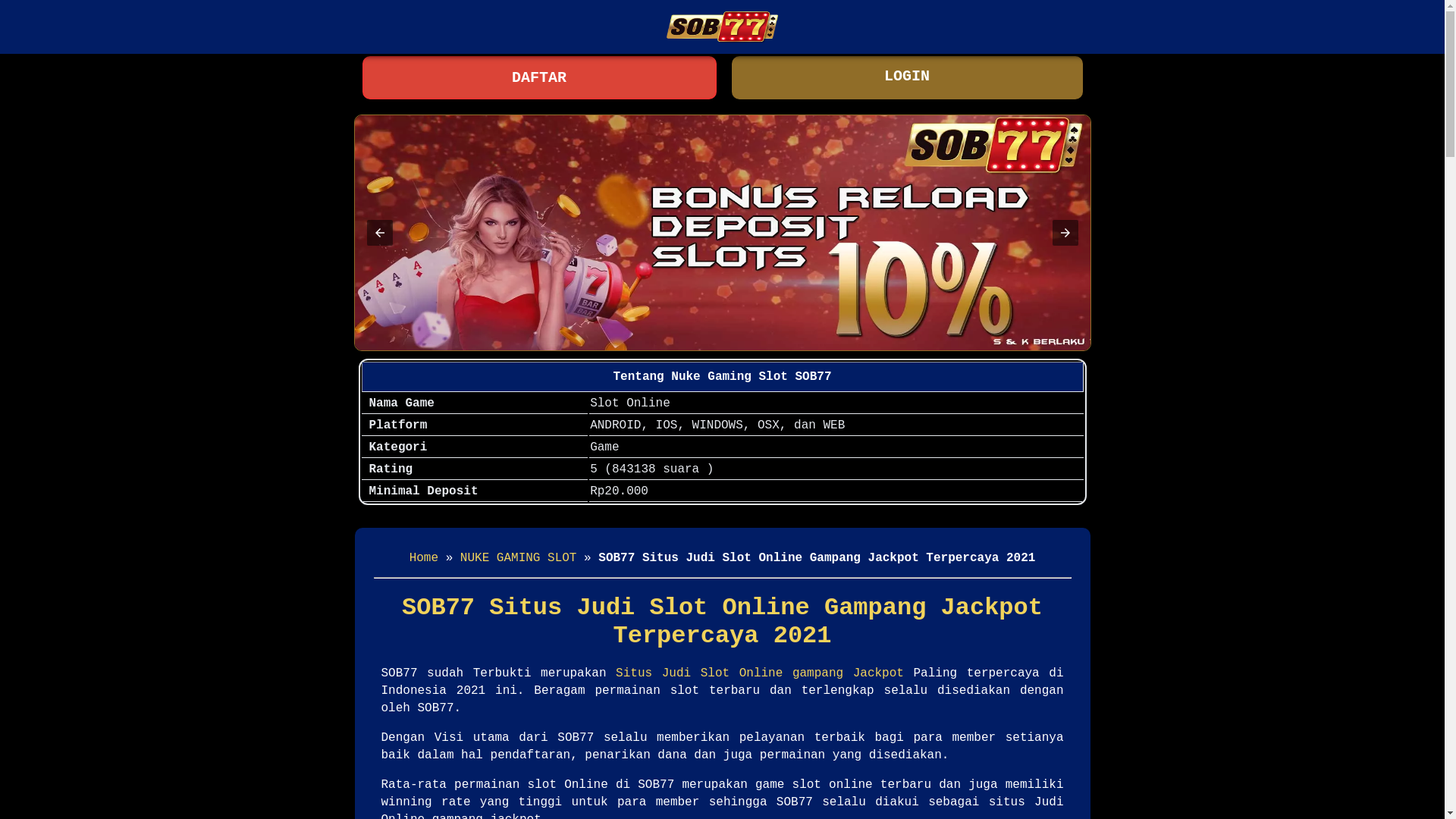  Describe the element at coordinates (760, 672) in the screenshot. I see `'Situs Judi Slot Online gampang Jackpot'` at that location.